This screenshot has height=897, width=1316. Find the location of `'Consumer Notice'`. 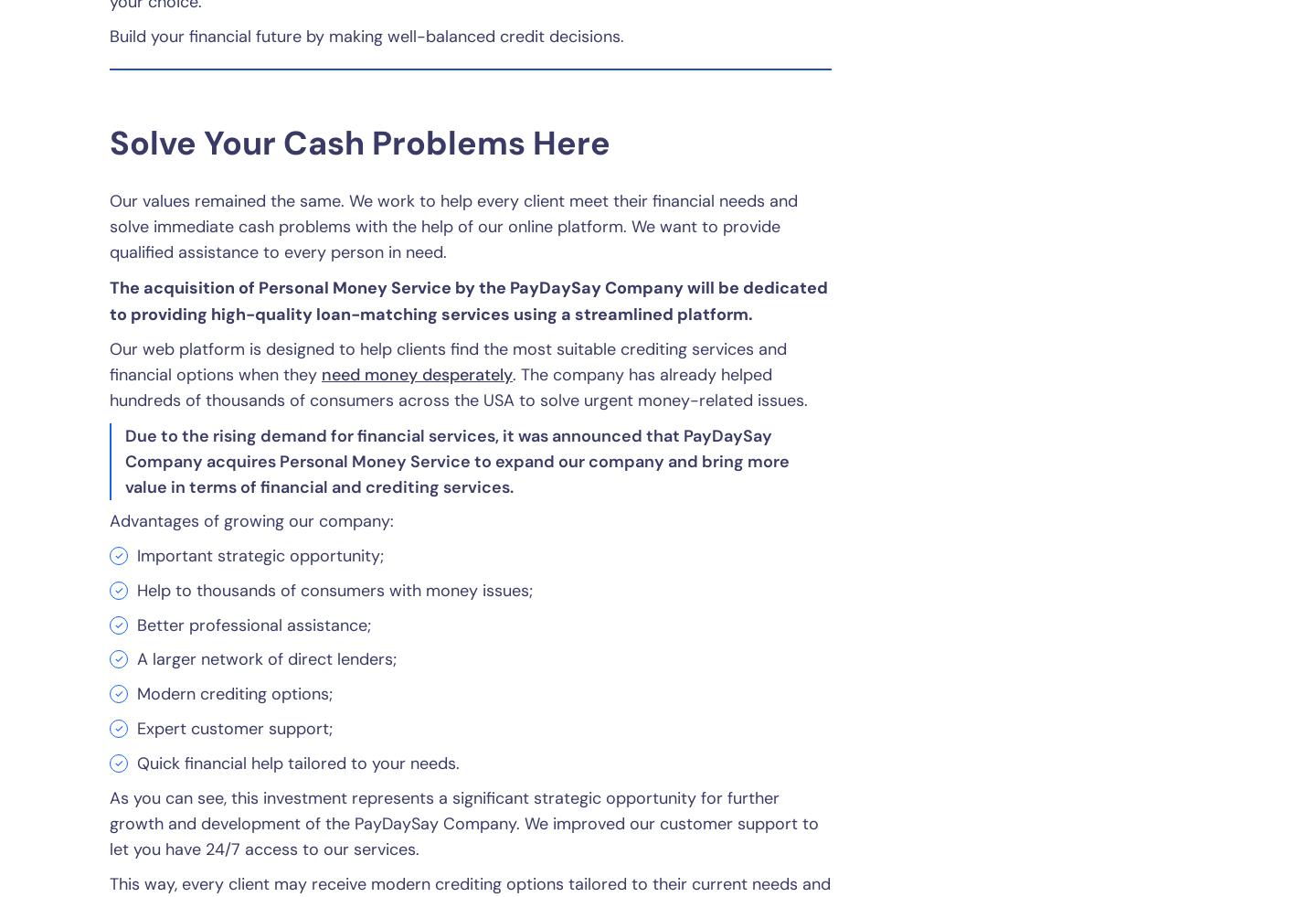

'Consumer Notice' is located at coordinates (179, 43).